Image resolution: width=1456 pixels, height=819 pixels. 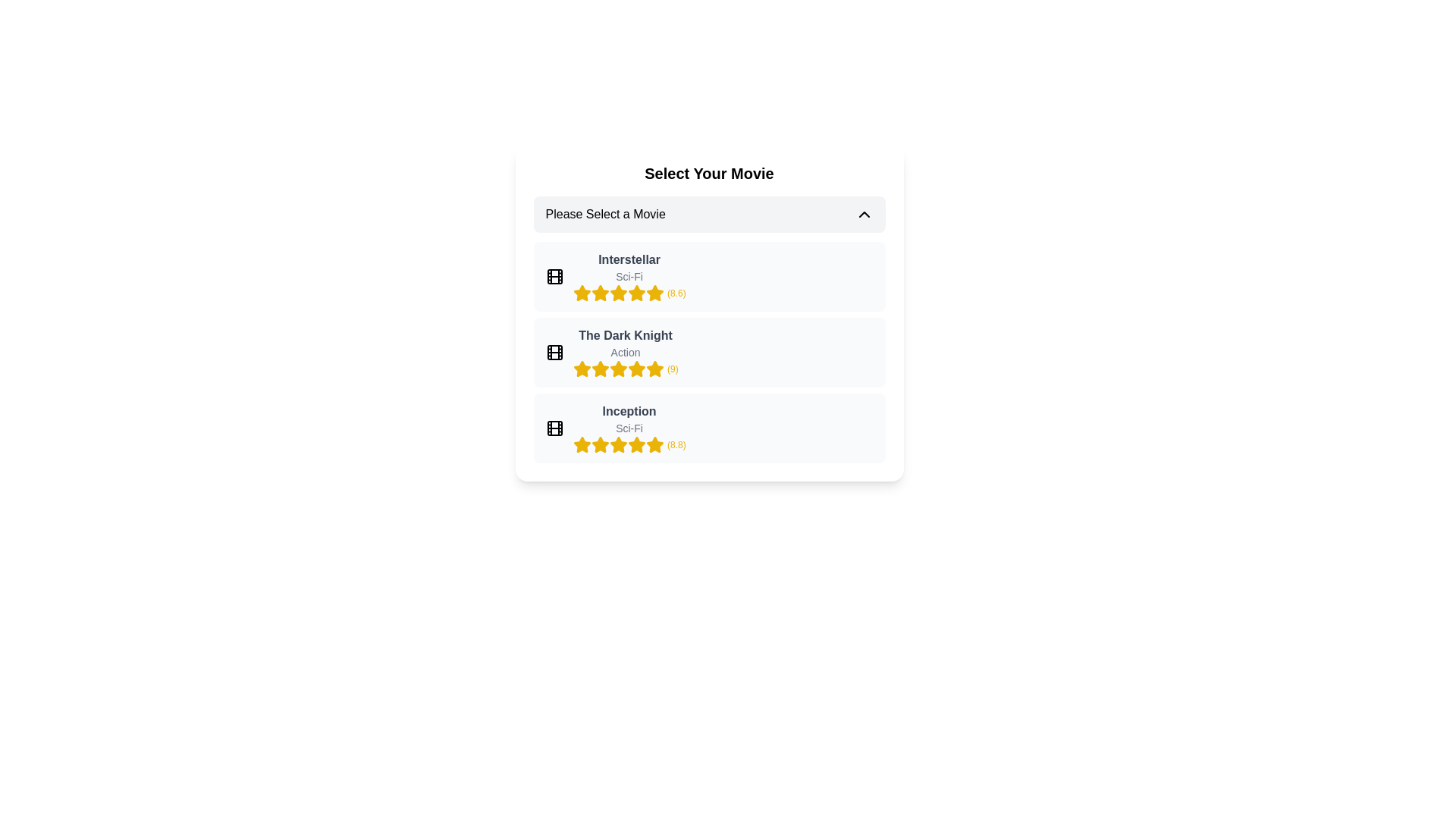 I want to click on the movie icon for 'Interstellar' located at the top left corner of its list item, so click(x=554, y=277).